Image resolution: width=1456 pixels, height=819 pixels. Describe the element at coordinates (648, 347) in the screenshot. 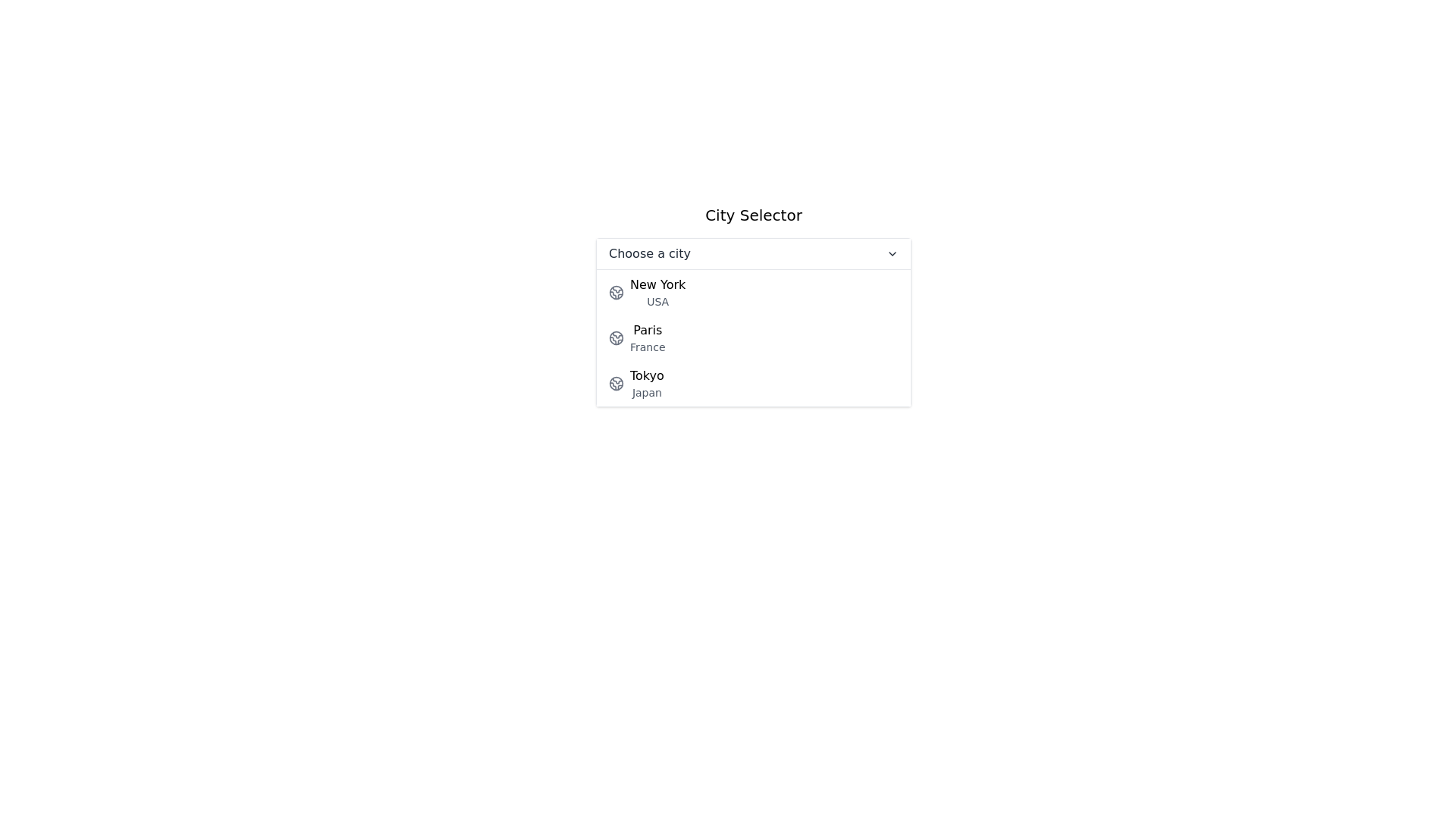

I see `the text label that displays 'France', which is the second item in the dropdown list under the 'City Selector' module, located beneath 'Paris'` at that location.